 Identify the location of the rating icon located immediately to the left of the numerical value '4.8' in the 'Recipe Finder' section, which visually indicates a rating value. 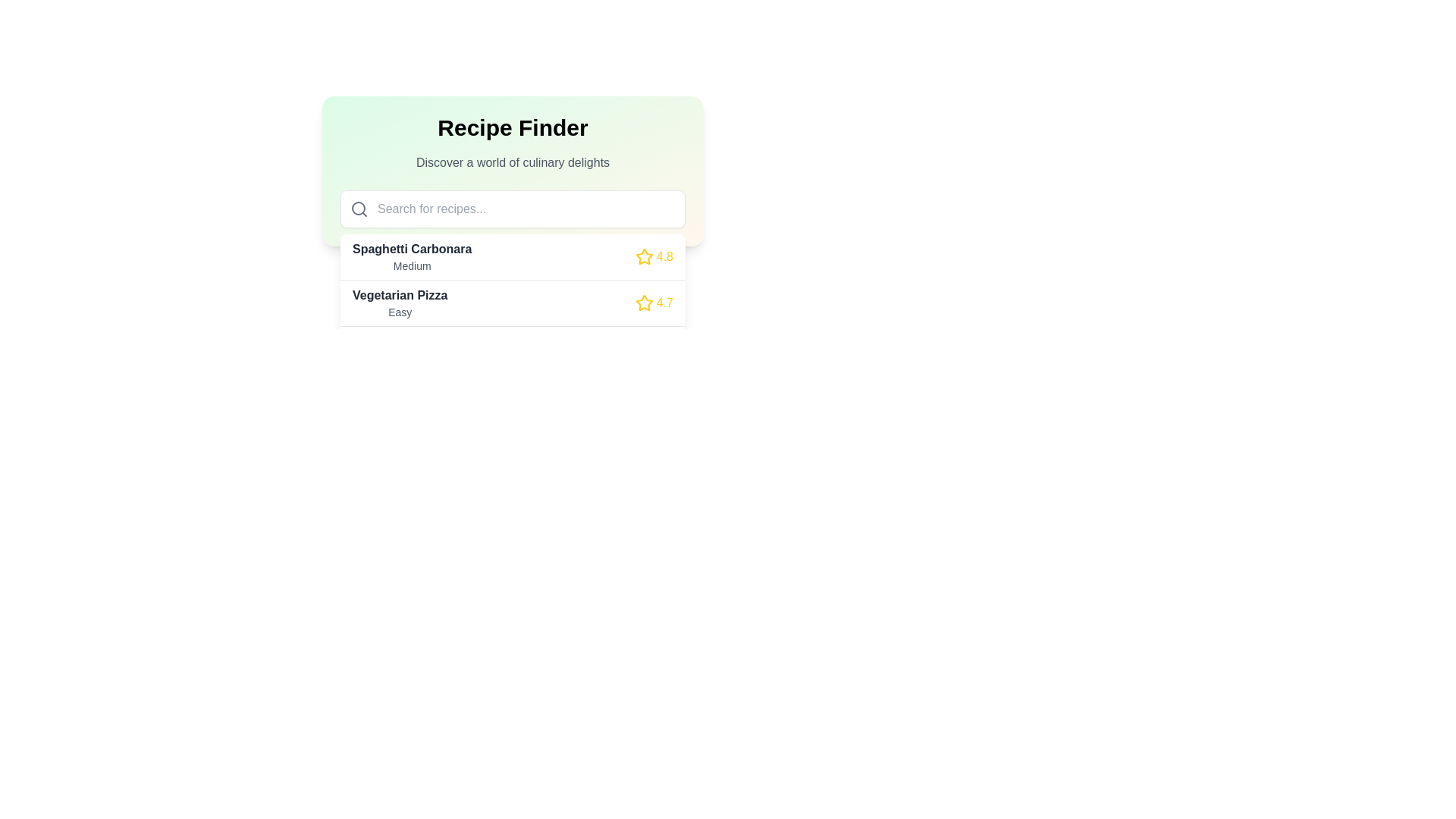
(644, 256).